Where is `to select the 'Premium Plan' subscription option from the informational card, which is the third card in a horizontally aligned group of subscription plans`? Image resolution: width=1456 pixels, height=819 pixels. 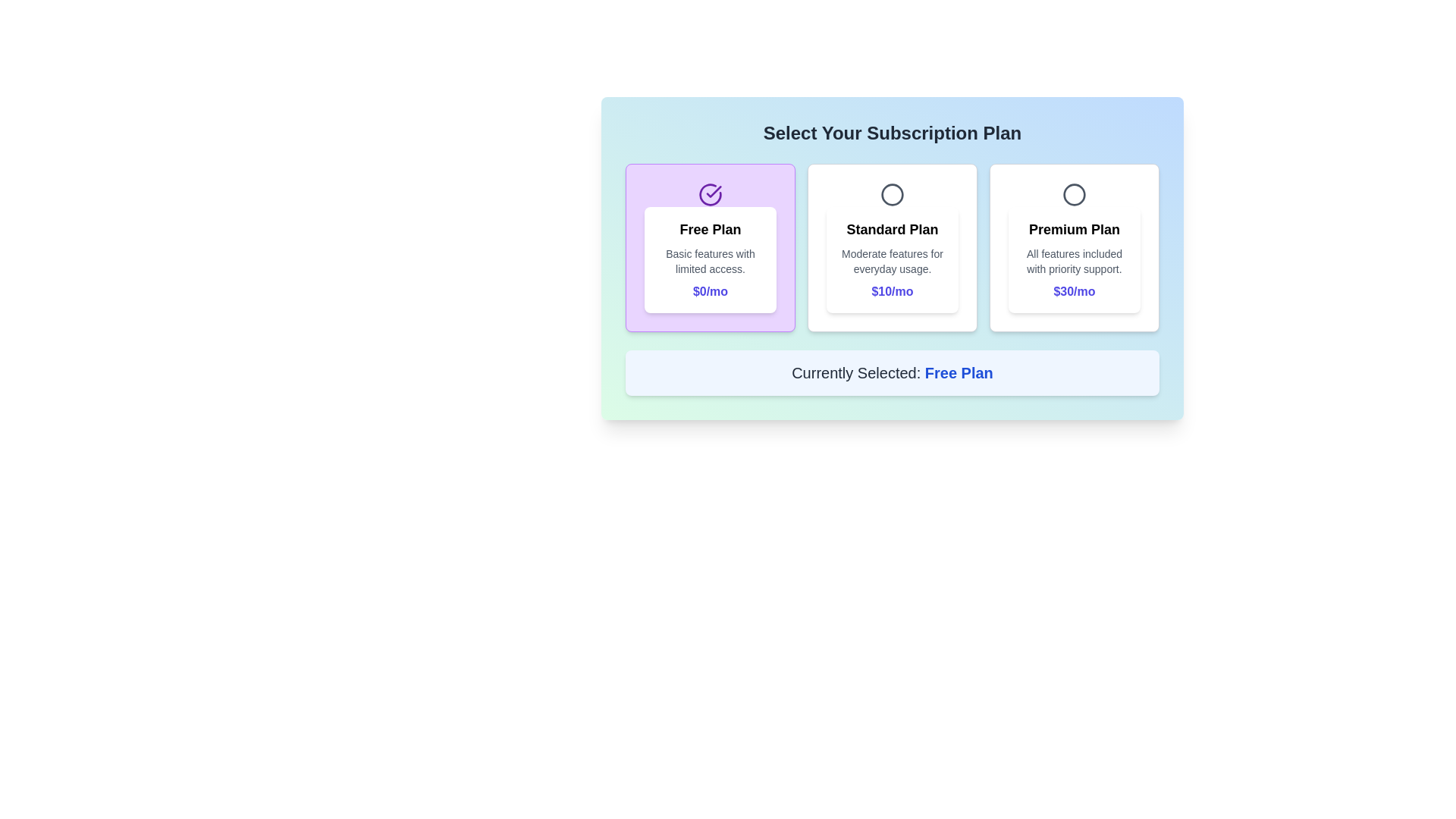 to select the 'Premium Plan' subscription option from the informational card, which is the third card in a horizontally aligned group of subscription plans is located at coordinates (1073, 259).